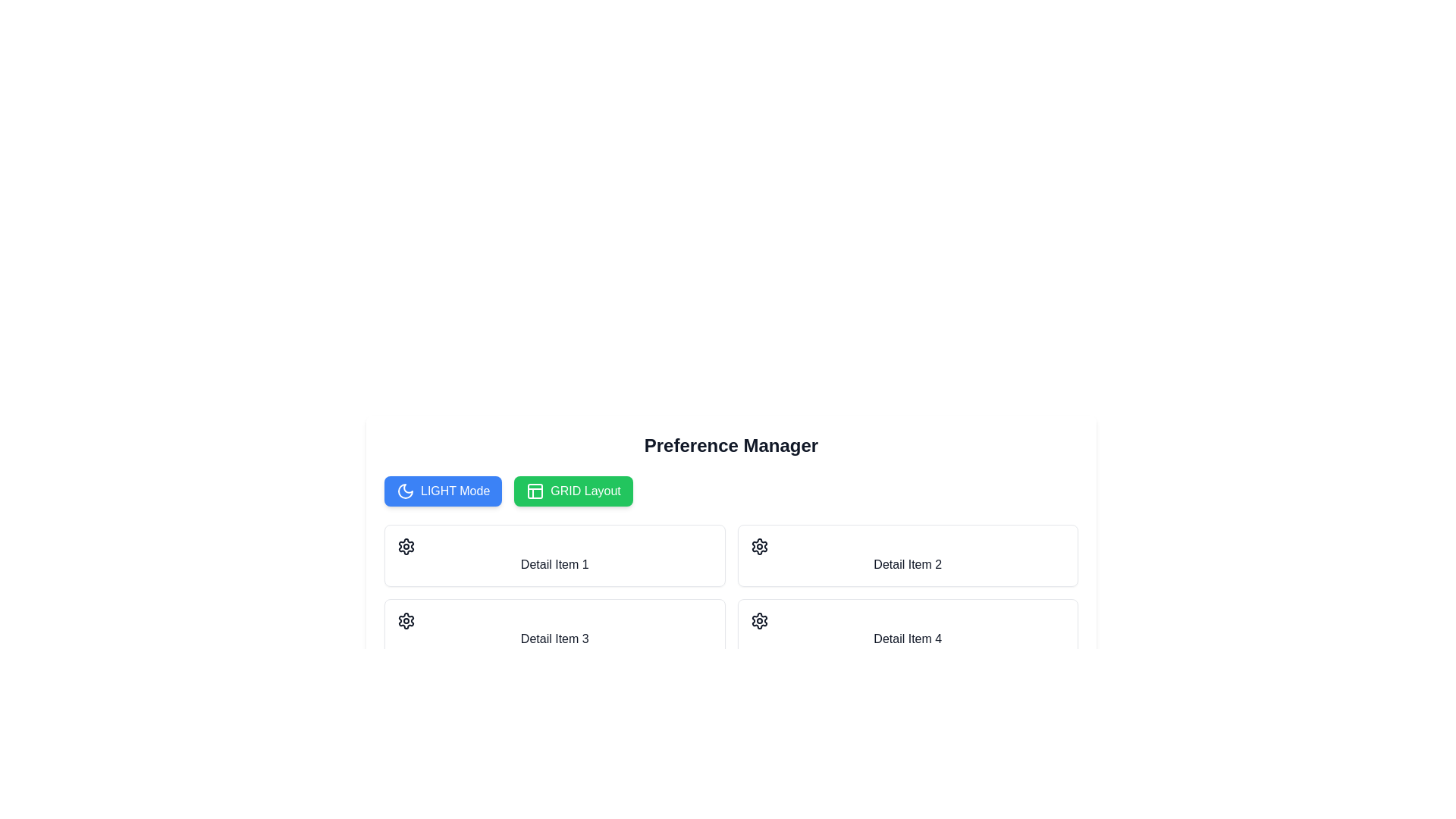  I want to click on the Text label that serves as an identifier for an option within the 'Preference Manager' interface, so click(908, 564).